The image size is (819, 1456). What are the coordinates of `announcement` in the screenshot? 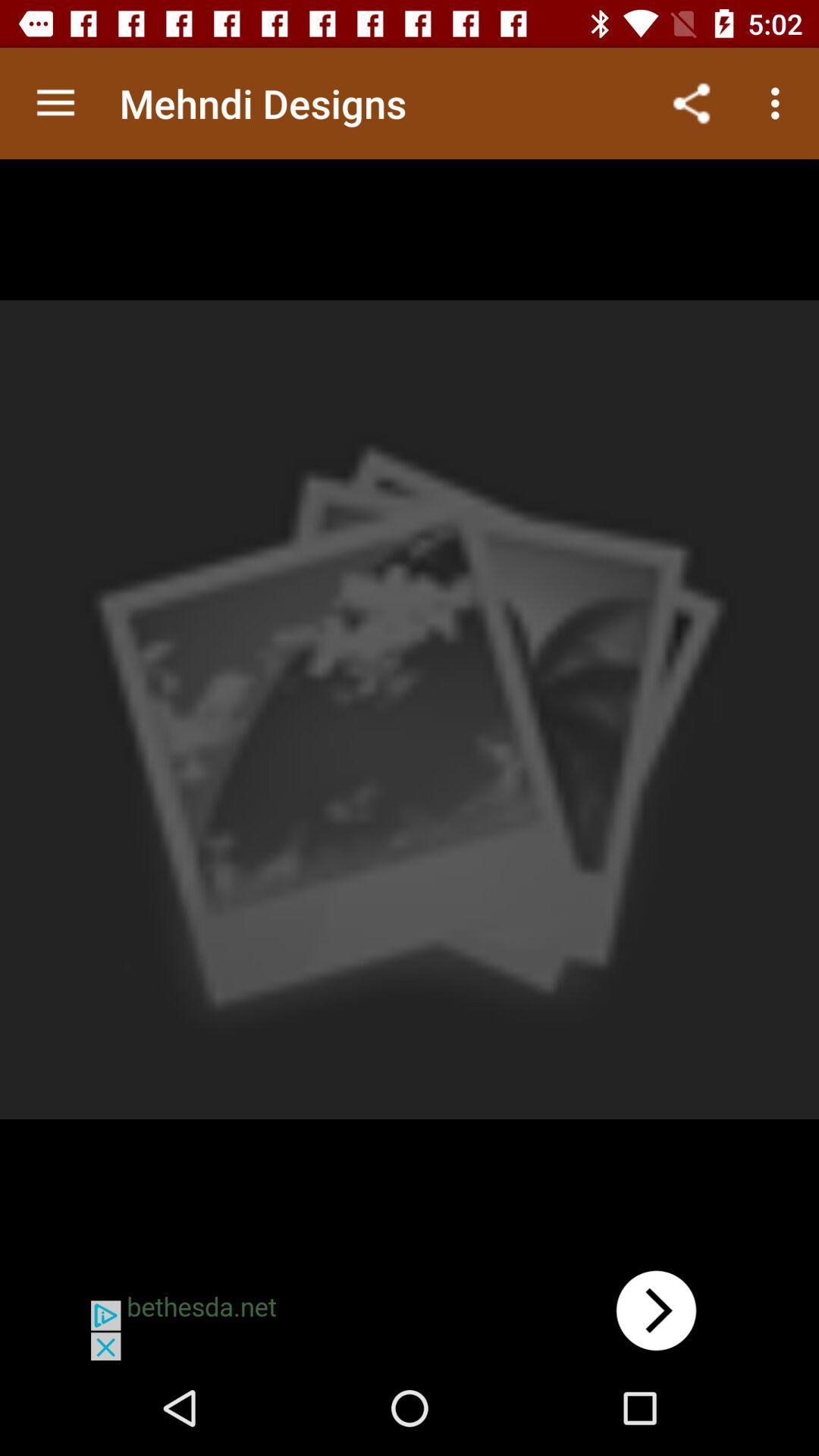 It's located at (409, 1310).